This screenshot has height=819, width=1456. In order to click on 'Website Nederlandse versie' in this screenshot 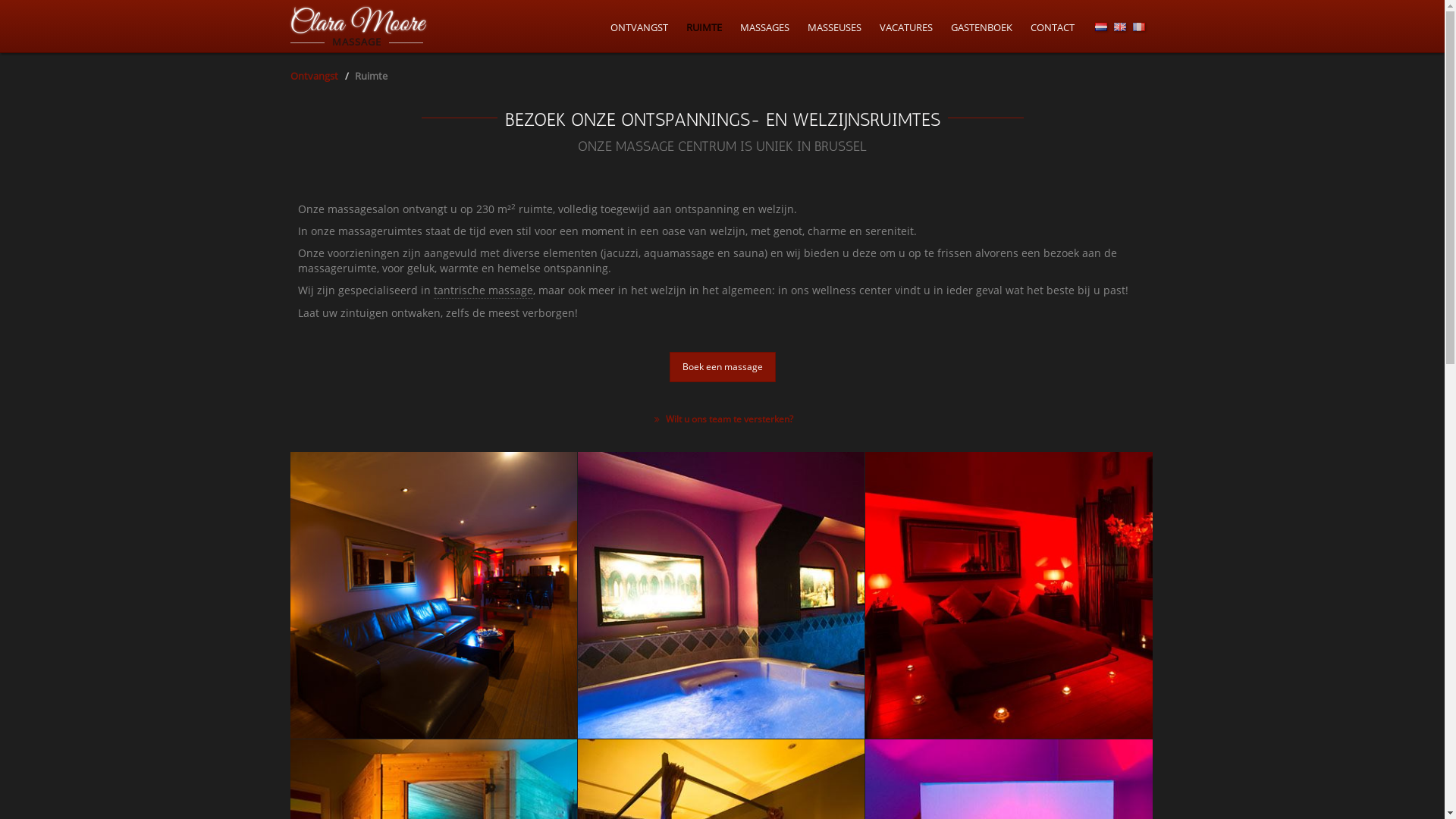, I will do `click(1100, 27)`.